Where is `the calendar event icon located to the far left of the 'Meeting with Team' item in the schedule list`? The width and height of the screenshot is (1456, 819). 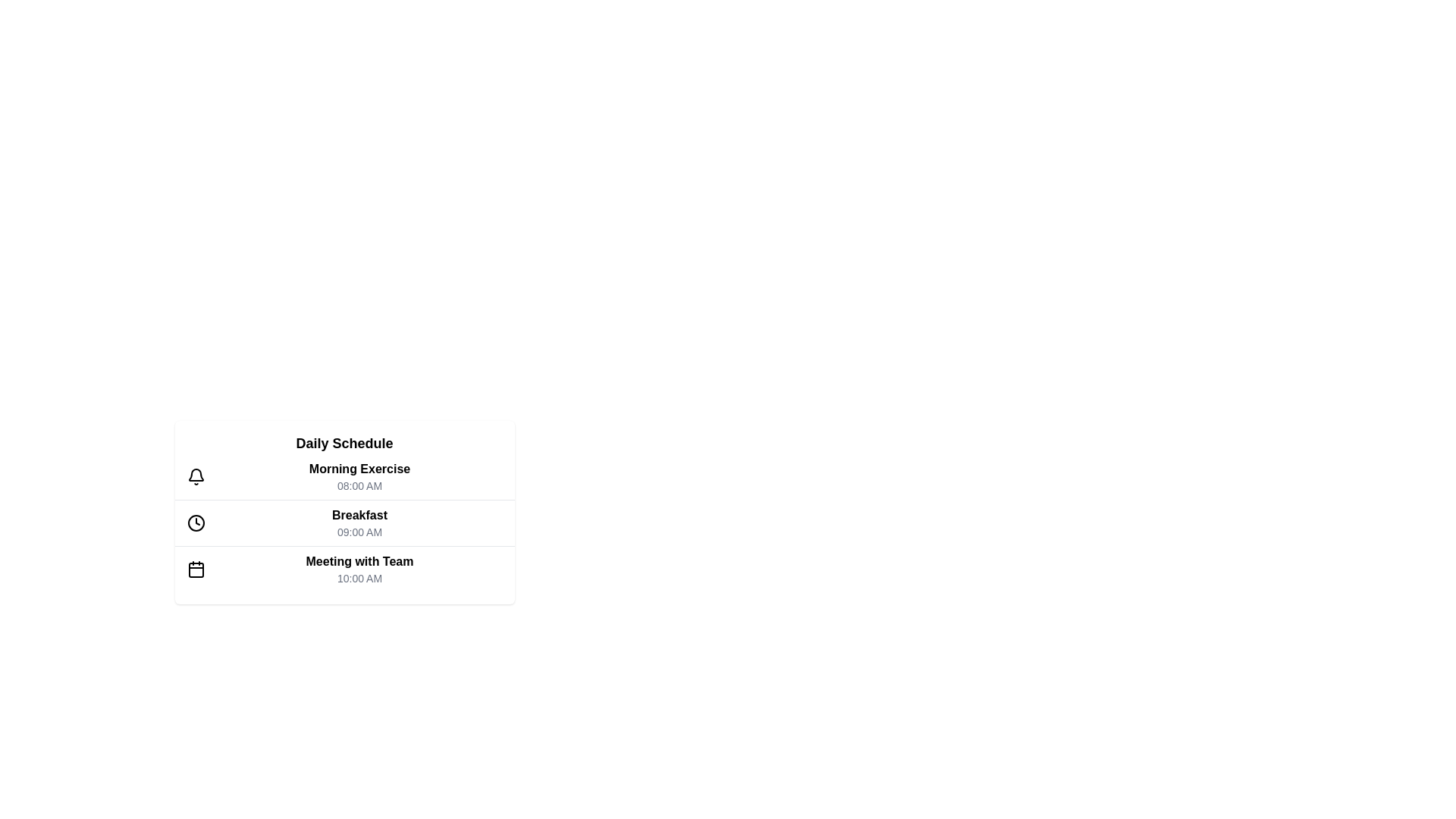
the calendar event icon located to the far left of the 'Meeting with Team' item in the schedule list is located at coordinates (195, 570).